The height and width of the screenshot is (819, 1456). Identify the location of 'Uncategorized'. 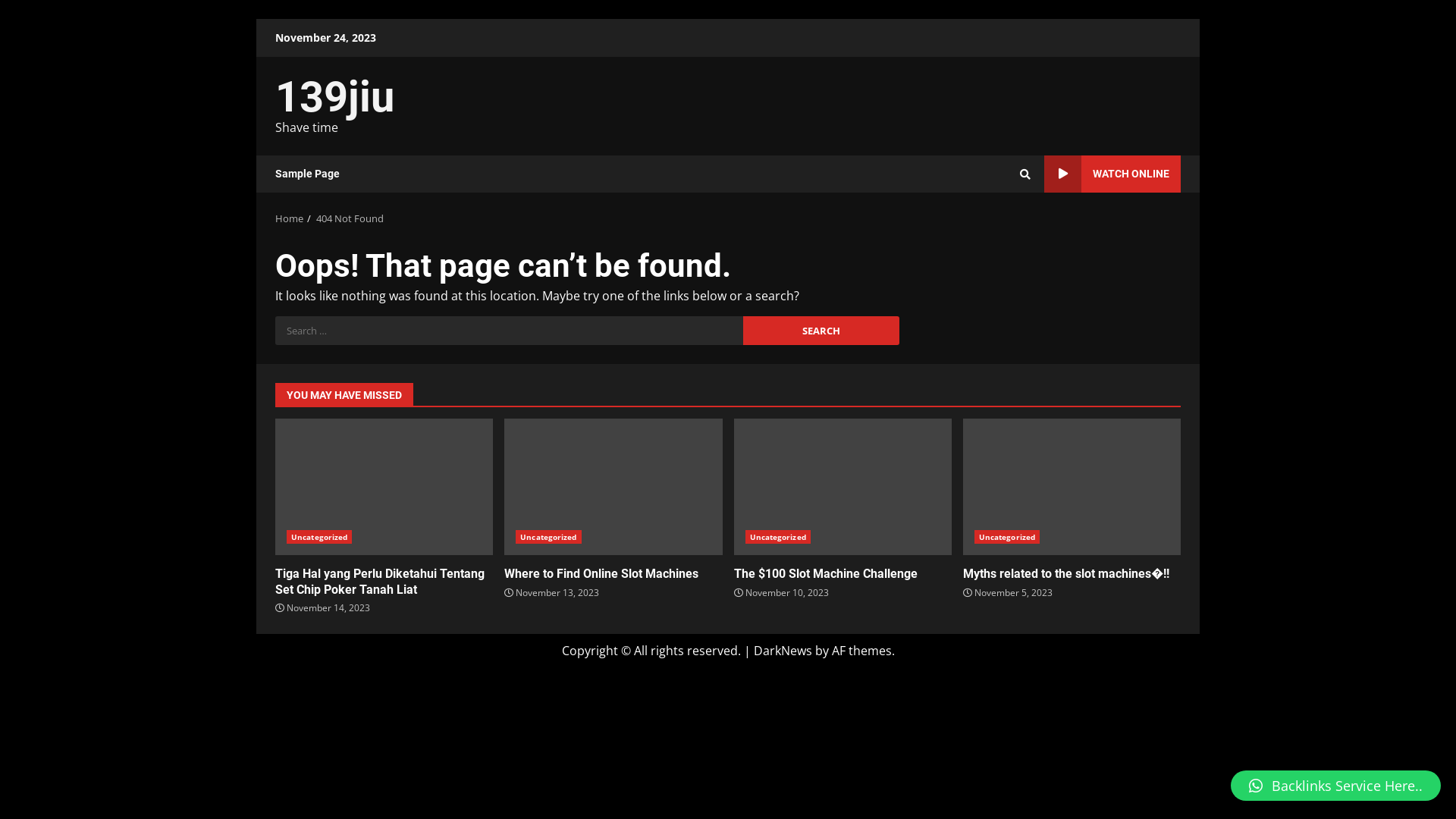
(516, 536).